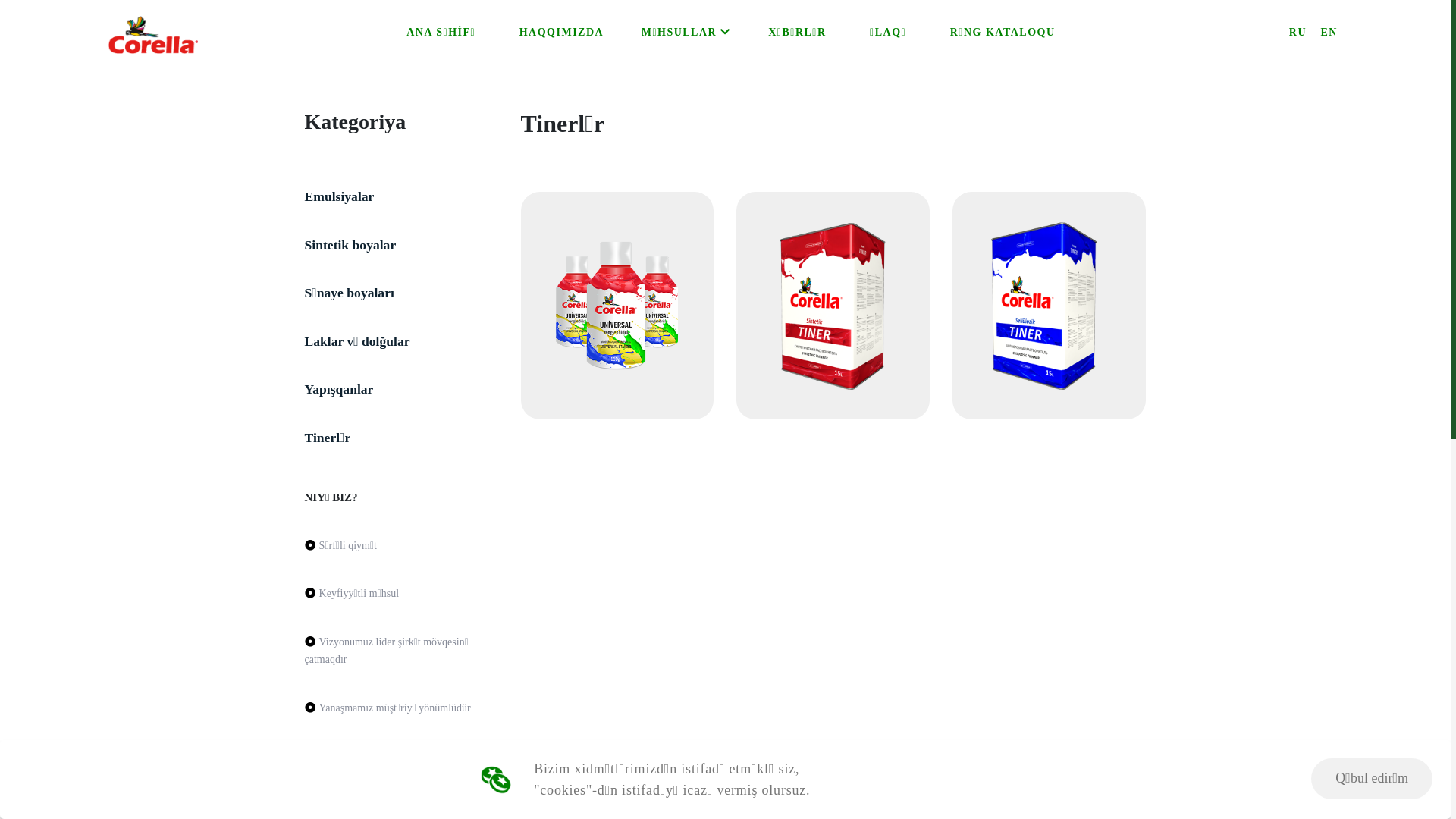 The image size is (1456, 819). What do you see at coordinates (338, 195) in the screenshot?
I see `'Emulsiyalar'` at bounding box center [338, 195].